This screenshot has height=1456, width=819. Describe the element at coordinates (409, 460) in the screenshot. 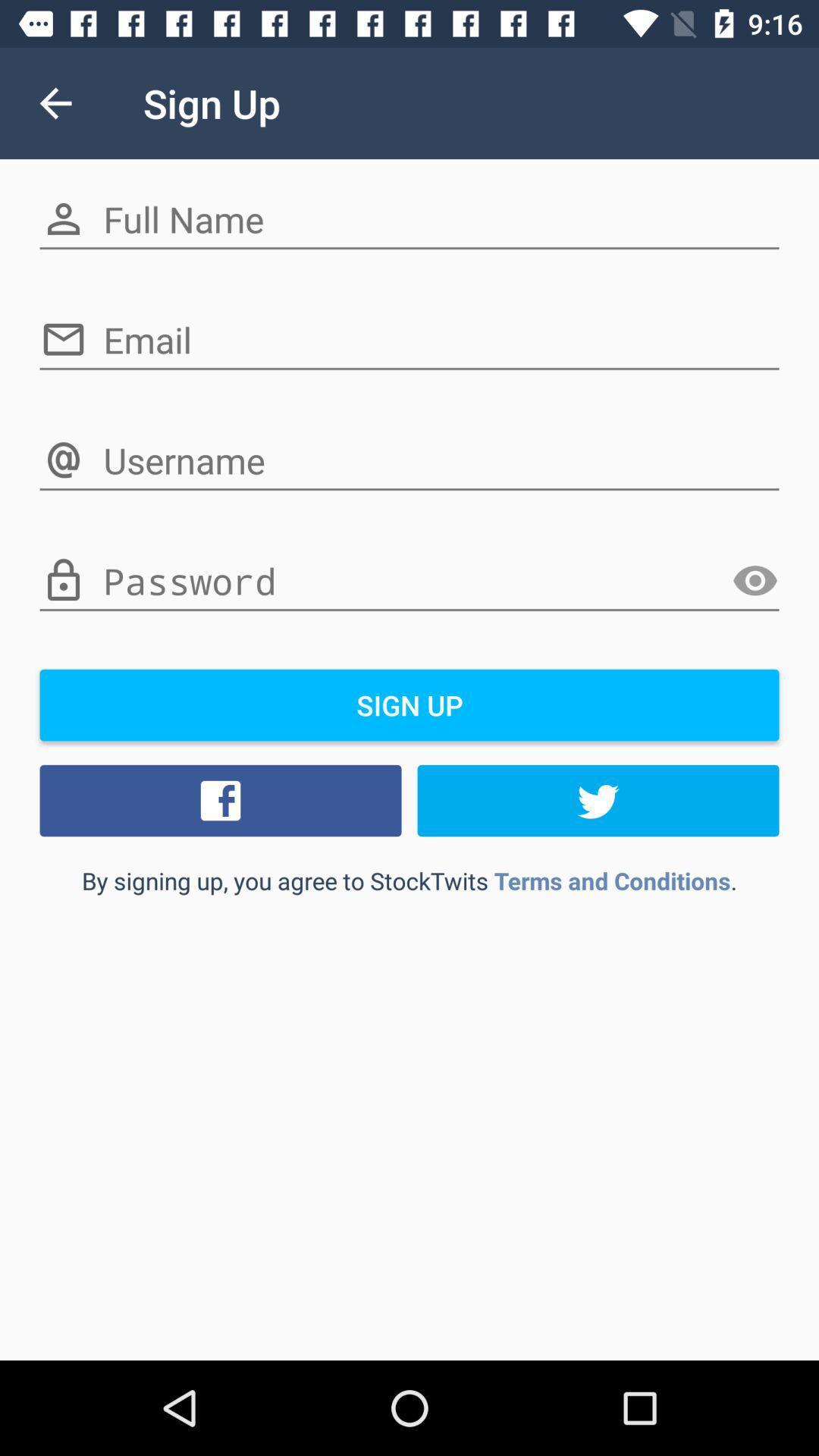

I see `3rd text field on the page` at that location.